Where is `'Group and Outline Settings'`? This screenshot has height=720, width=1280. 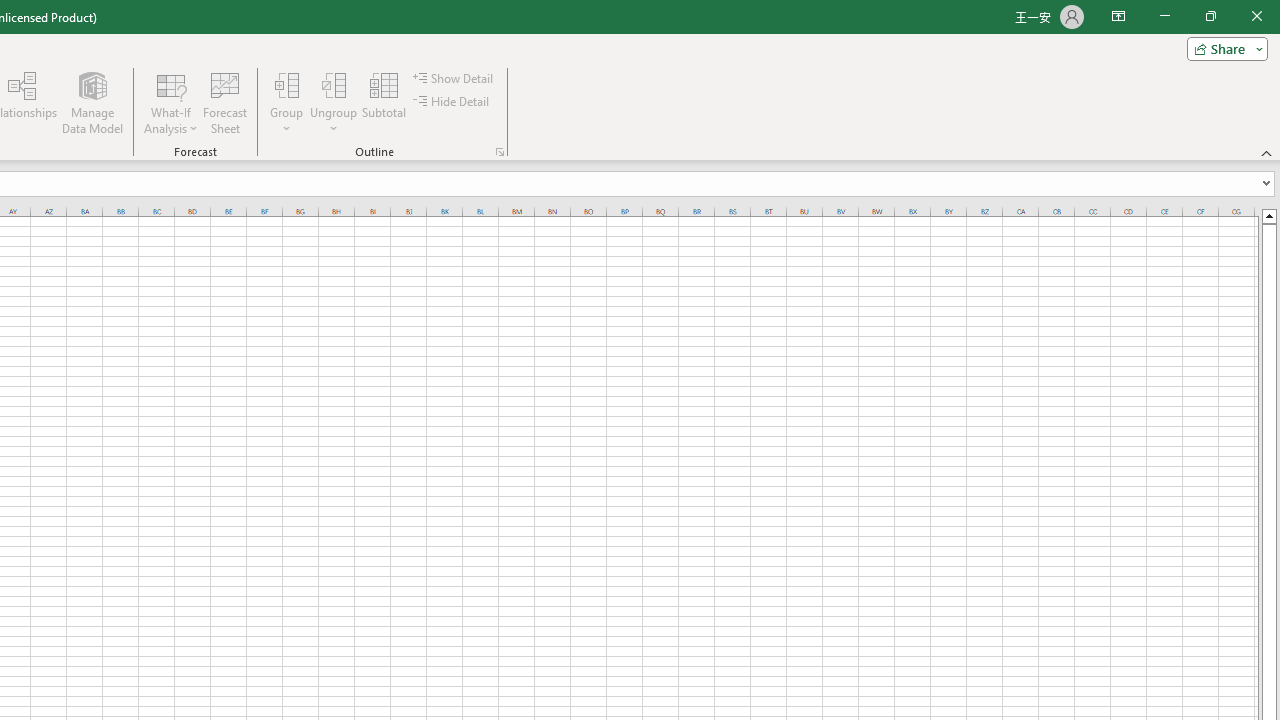
'Group and Outline Settings' is located at coordinates (499, 150).